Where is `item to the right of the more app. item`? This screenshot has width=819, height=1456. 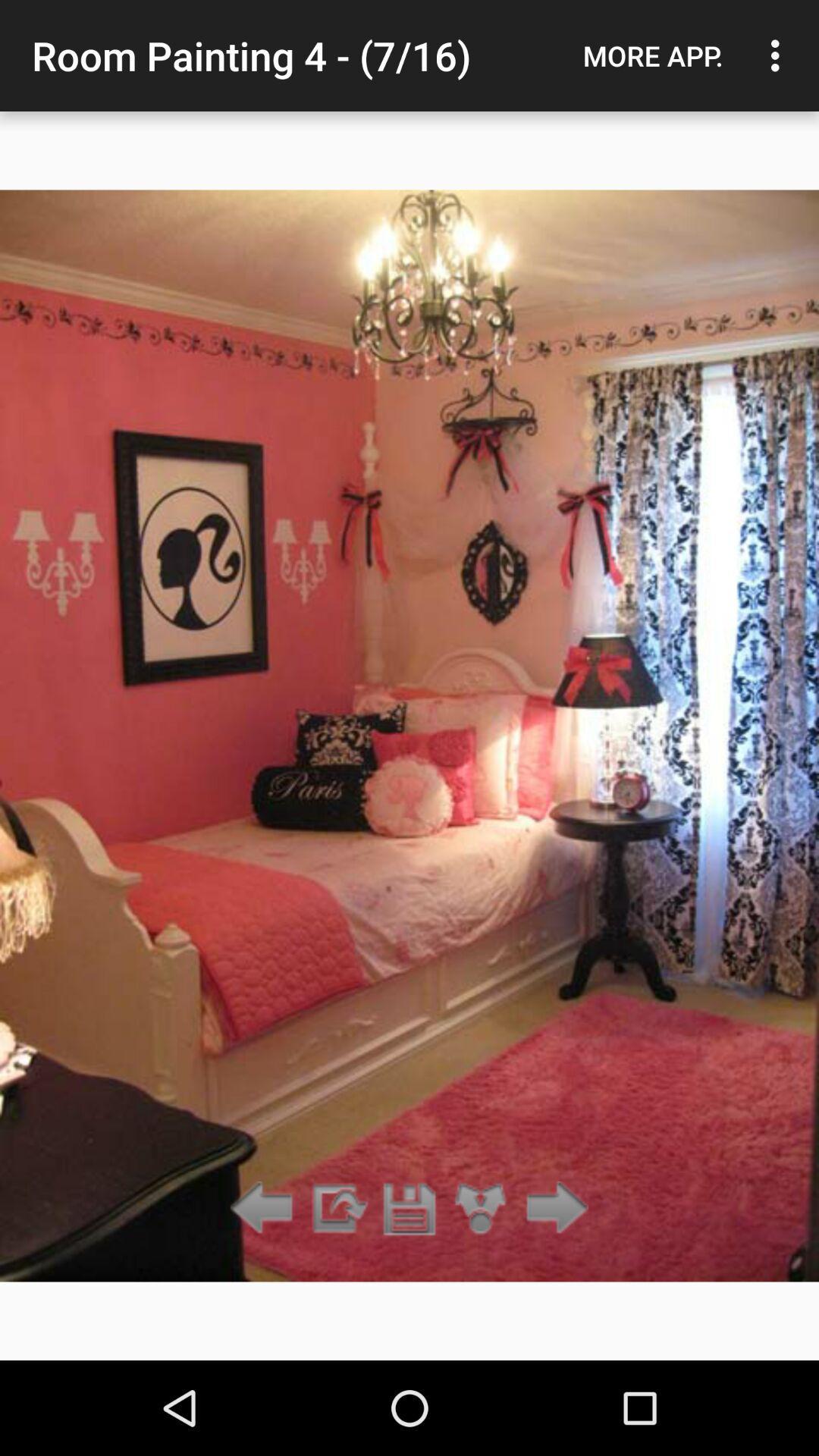 item to the right of the more app. item is located at coordinates (779, 55).